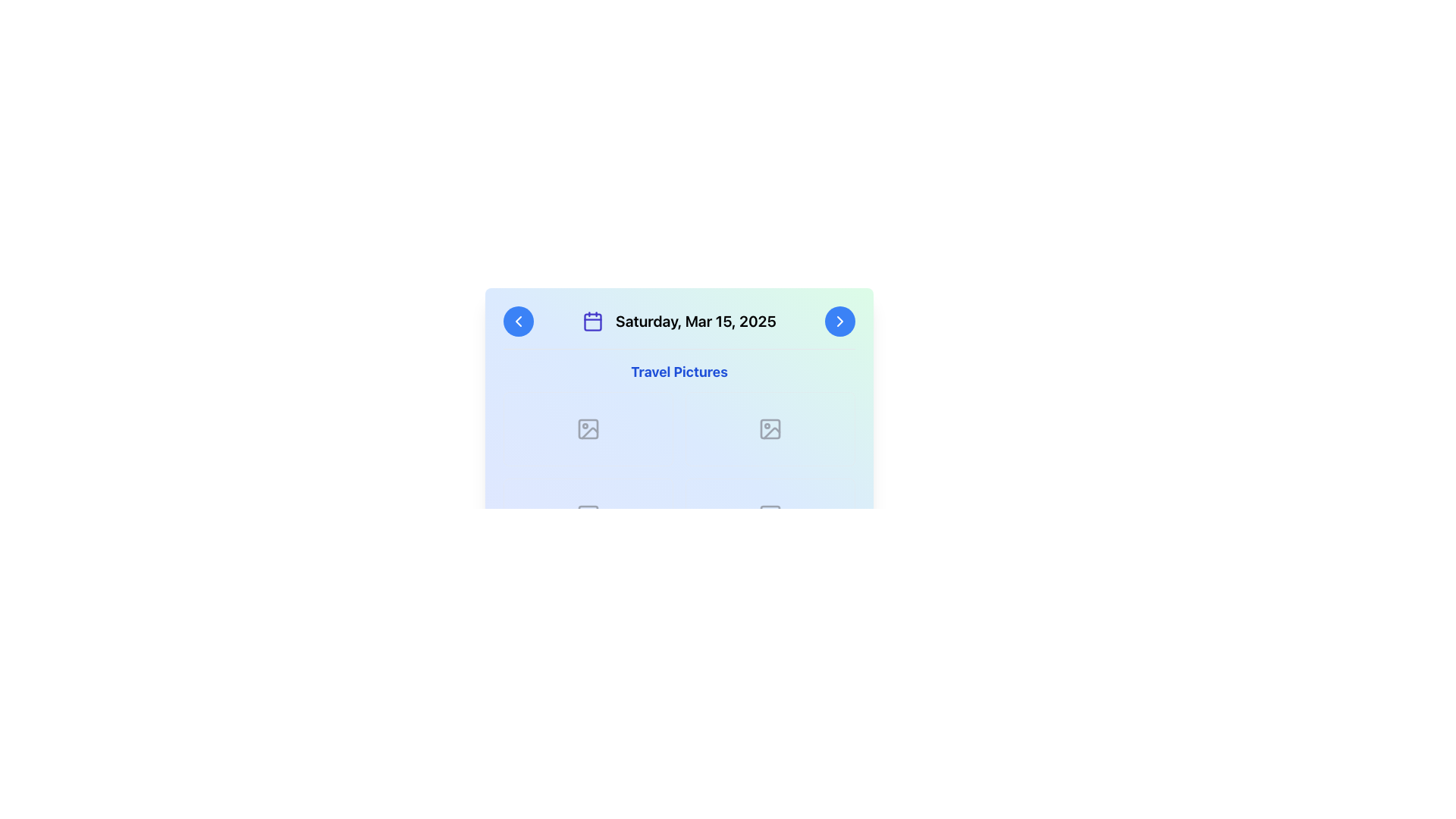 The width and height of the screenshot is (1456, 819). Describe the element at coordinates (695, 321) in the screenshot. I see `the Text Label displaying the date, which is located above the 'Travel Pictures' section and to the right of the calendar icon` at that location.